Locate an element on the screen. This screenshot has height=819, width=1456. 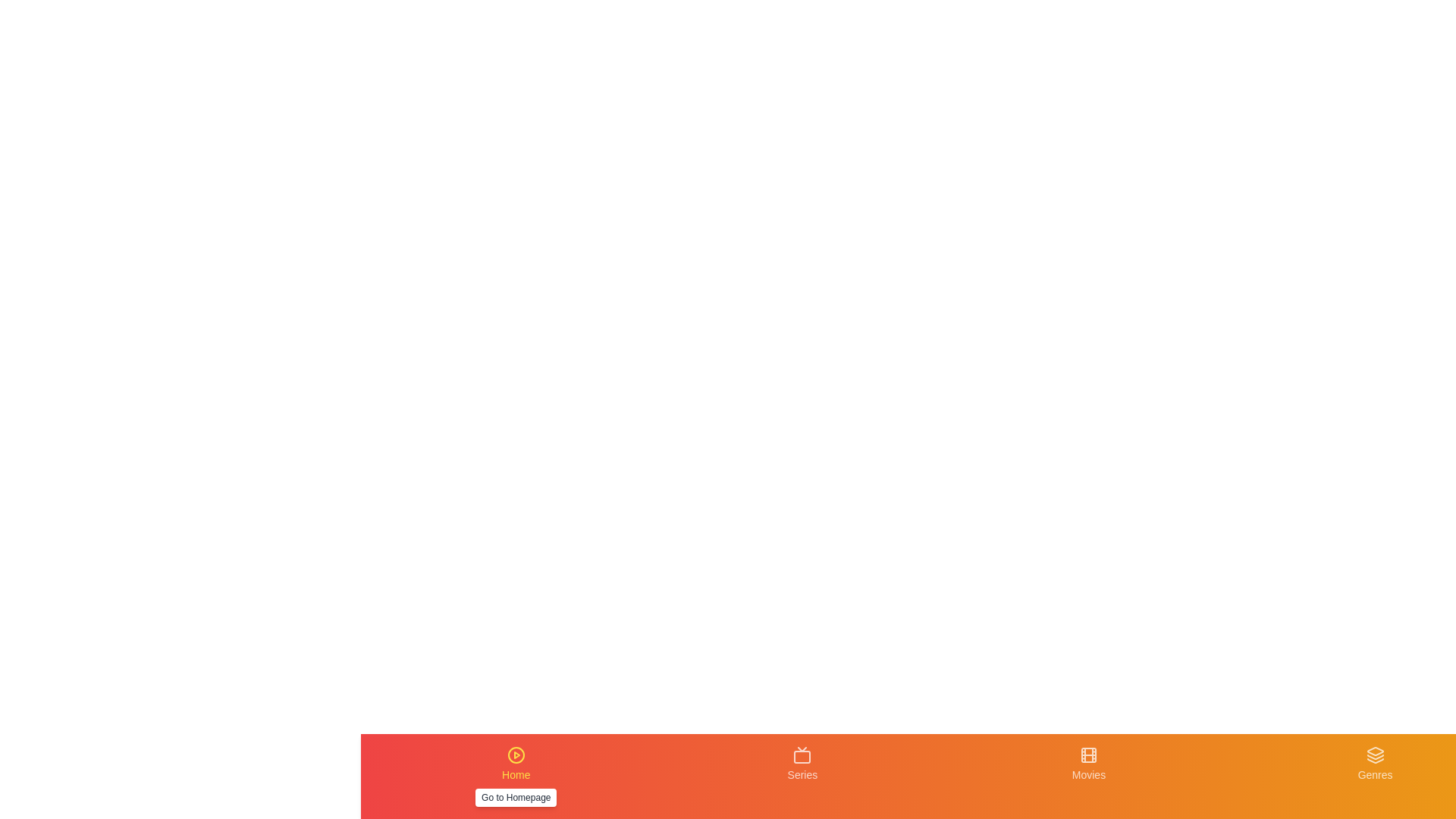
the tab labeled Genres to preview its details is located at coordinates (1376, 776).